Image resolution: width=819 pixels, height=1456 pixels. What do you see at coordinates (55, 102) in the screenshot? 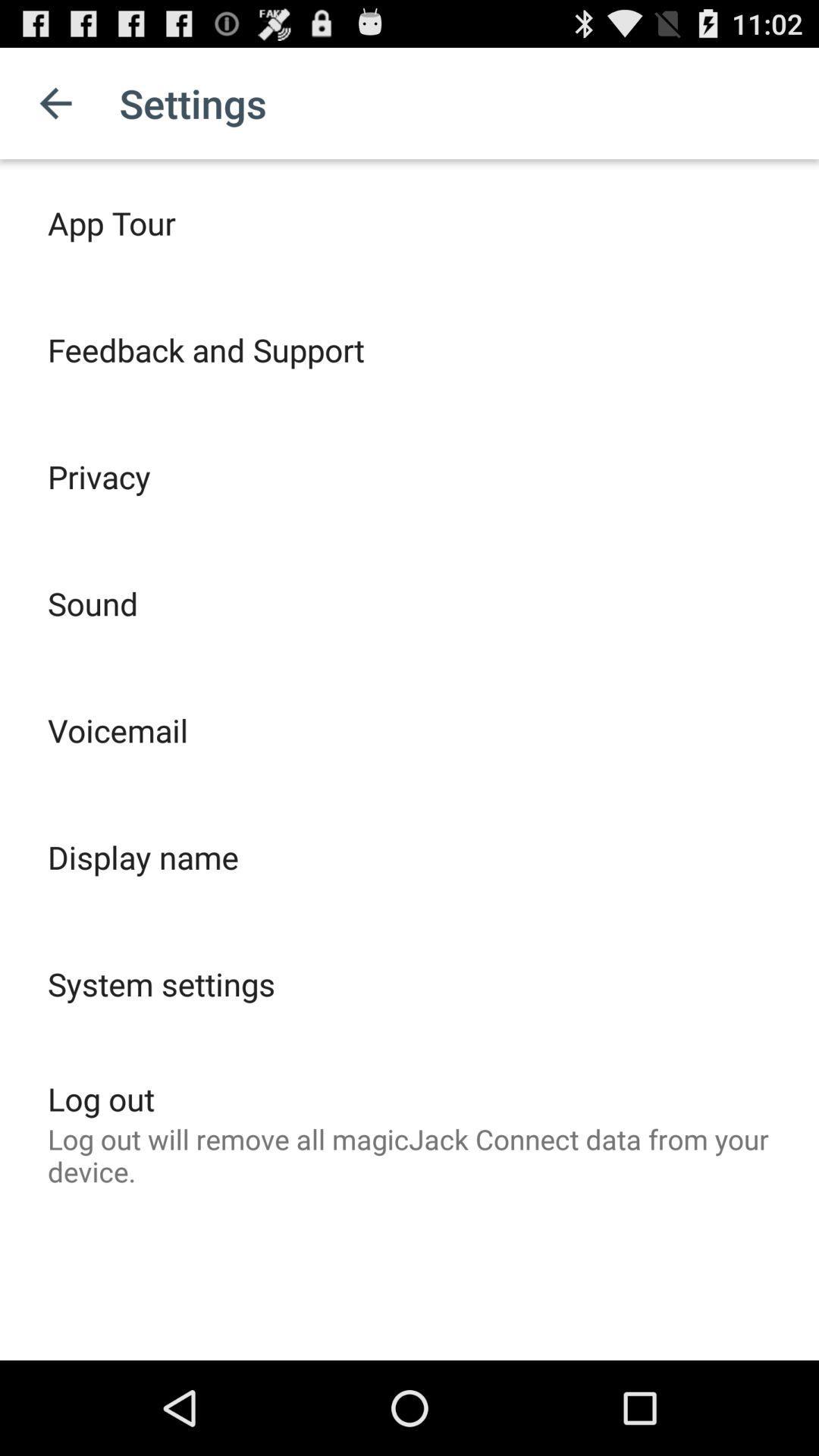
I see `the item next to the settings icon` at bounding box center [55, 102].